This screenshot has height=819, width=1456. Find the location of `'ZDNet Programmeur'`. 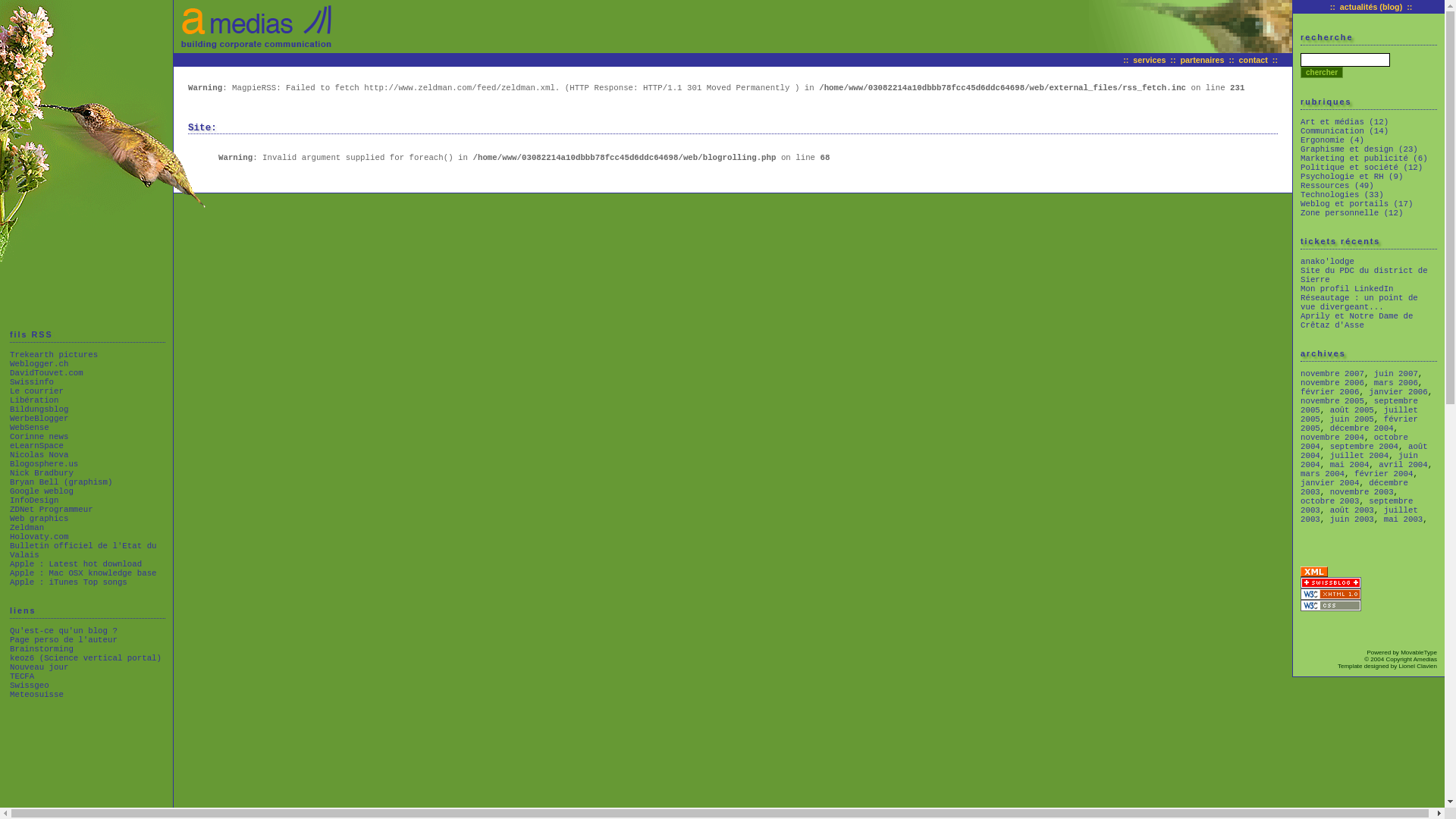

'ZDNet Programmeur' is located at coordinates (10, 509).